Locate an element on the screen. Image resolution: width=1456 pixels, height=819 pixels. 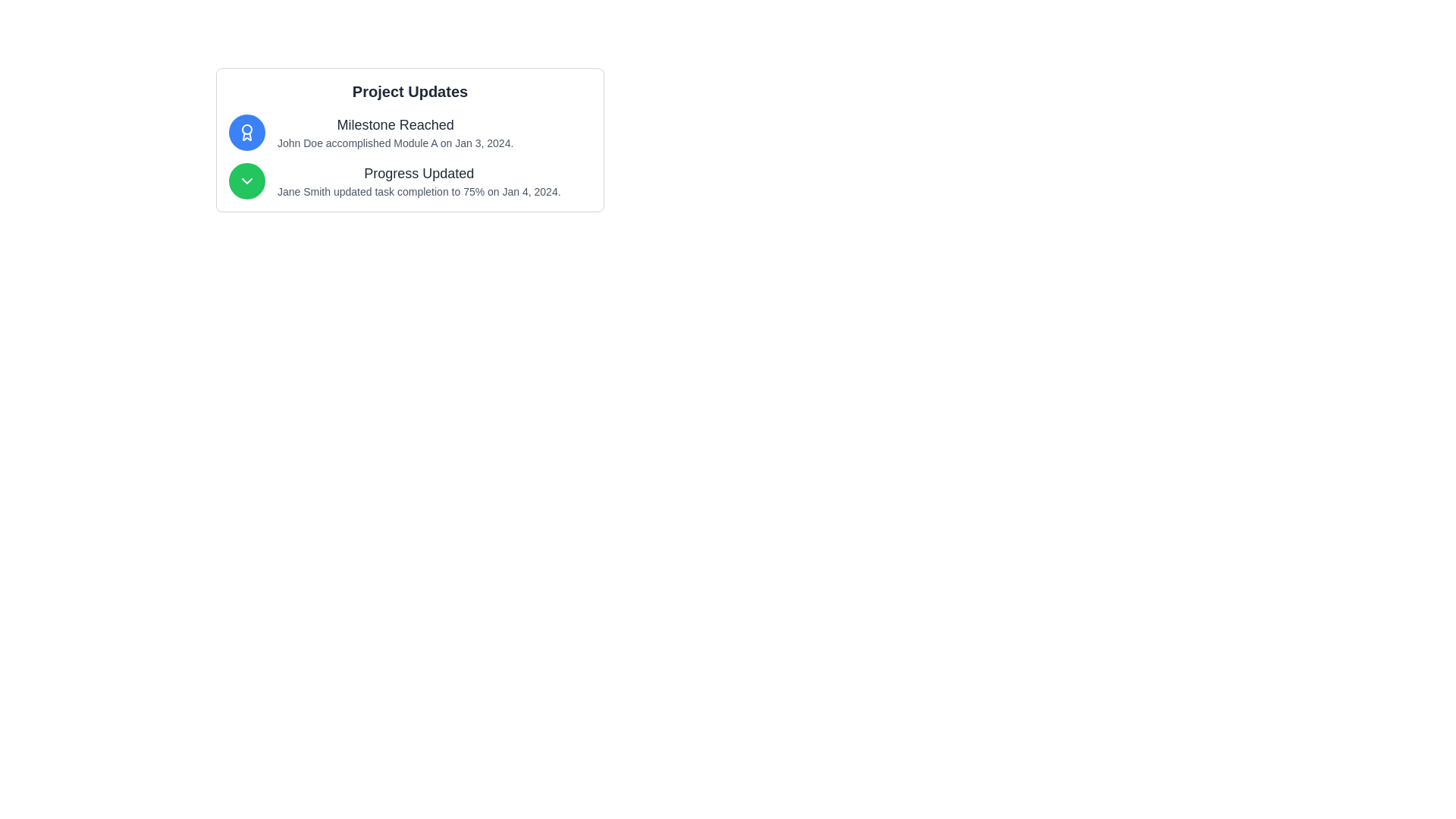
the circular icon with a green background and a white downwards-facing chevron, located to the left of the text 'Progress Updated Jane Smith updated task completion to 75% on Jan 4, 2024.' is located at coordinates (247, 180).